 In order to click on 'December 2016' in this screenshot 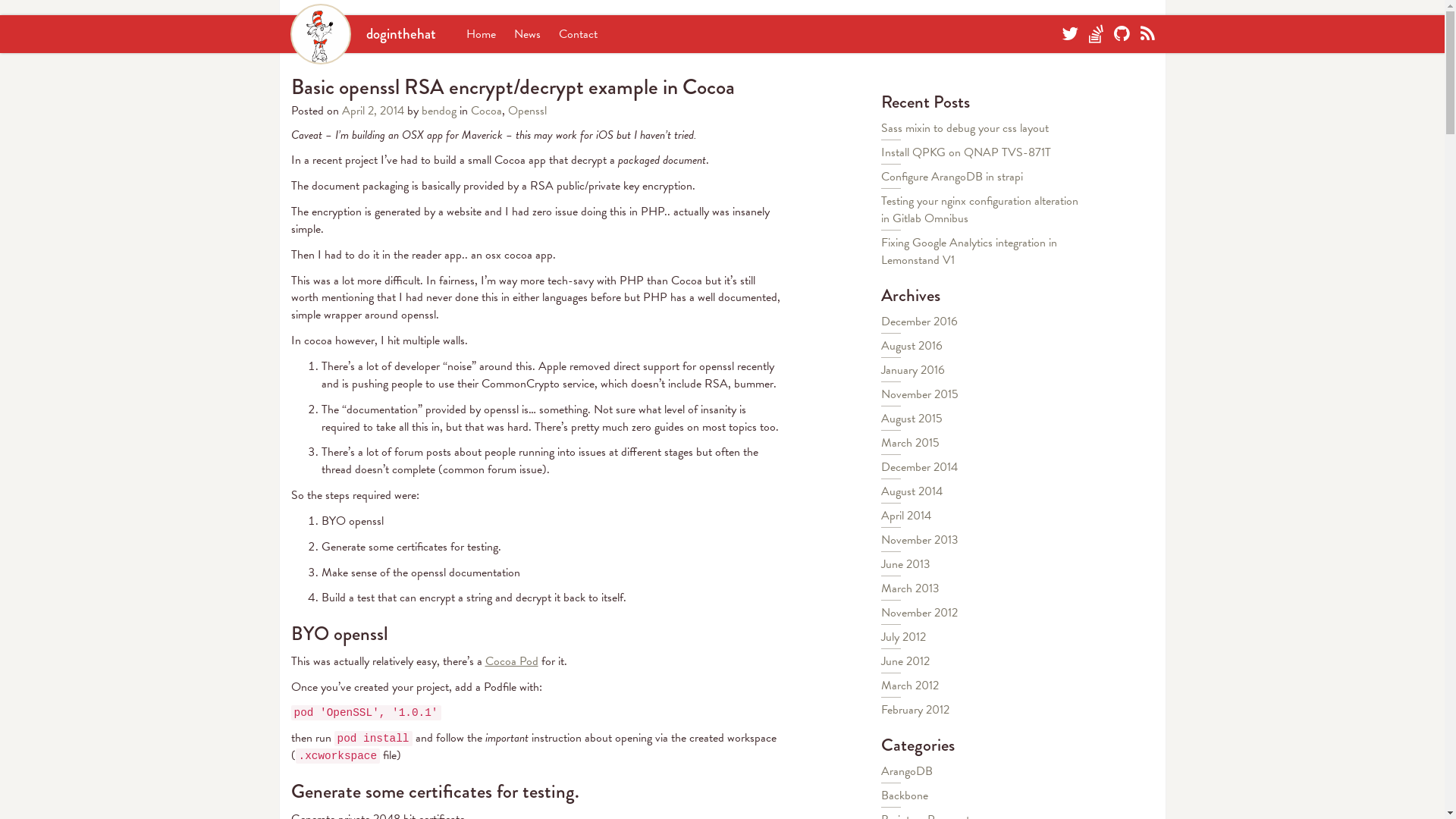, I will do `click(918, 321)`.